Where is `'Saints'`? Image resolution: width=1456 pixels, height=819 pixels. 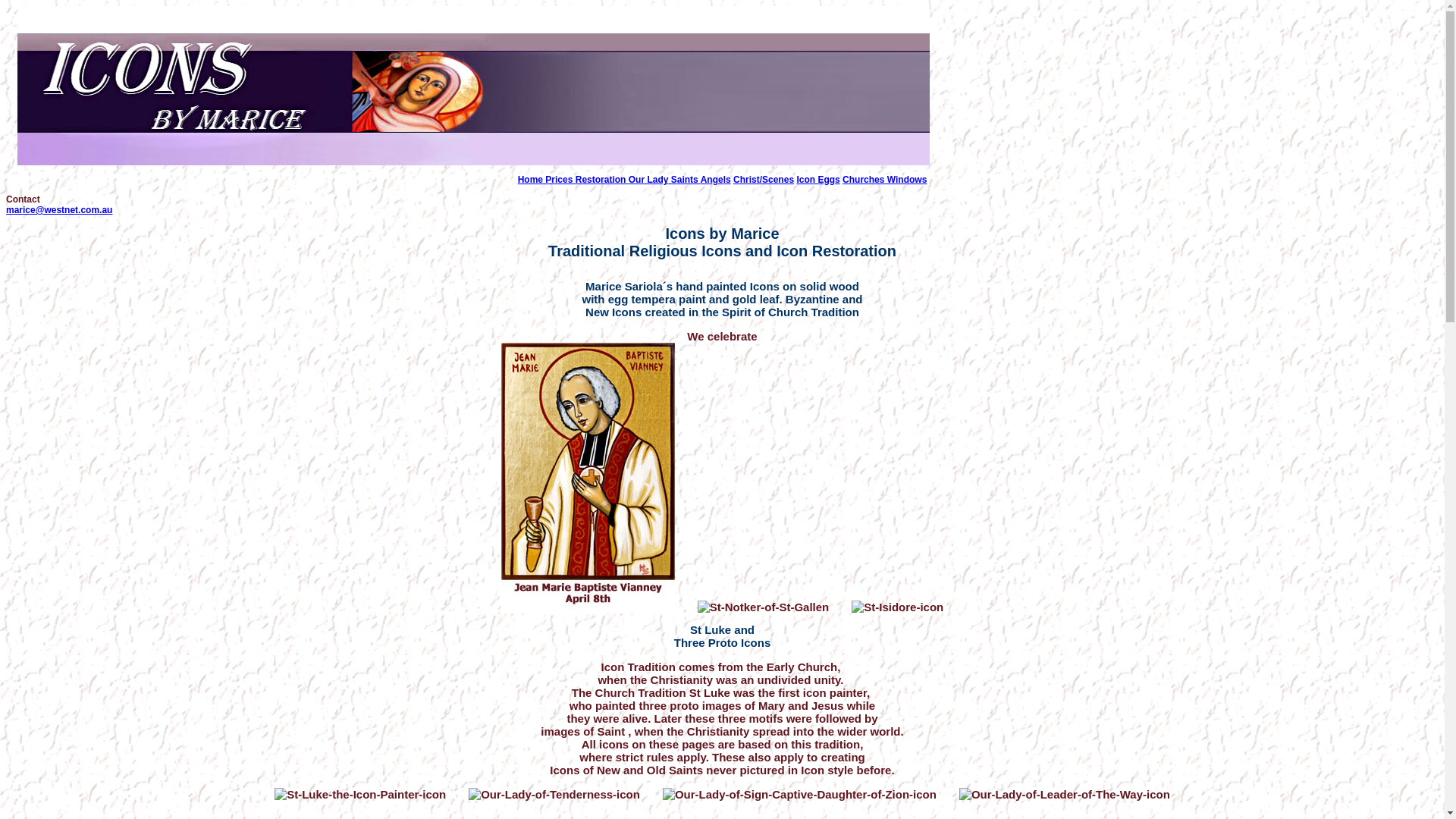 'Saints' is located at coordinates (683, 178).